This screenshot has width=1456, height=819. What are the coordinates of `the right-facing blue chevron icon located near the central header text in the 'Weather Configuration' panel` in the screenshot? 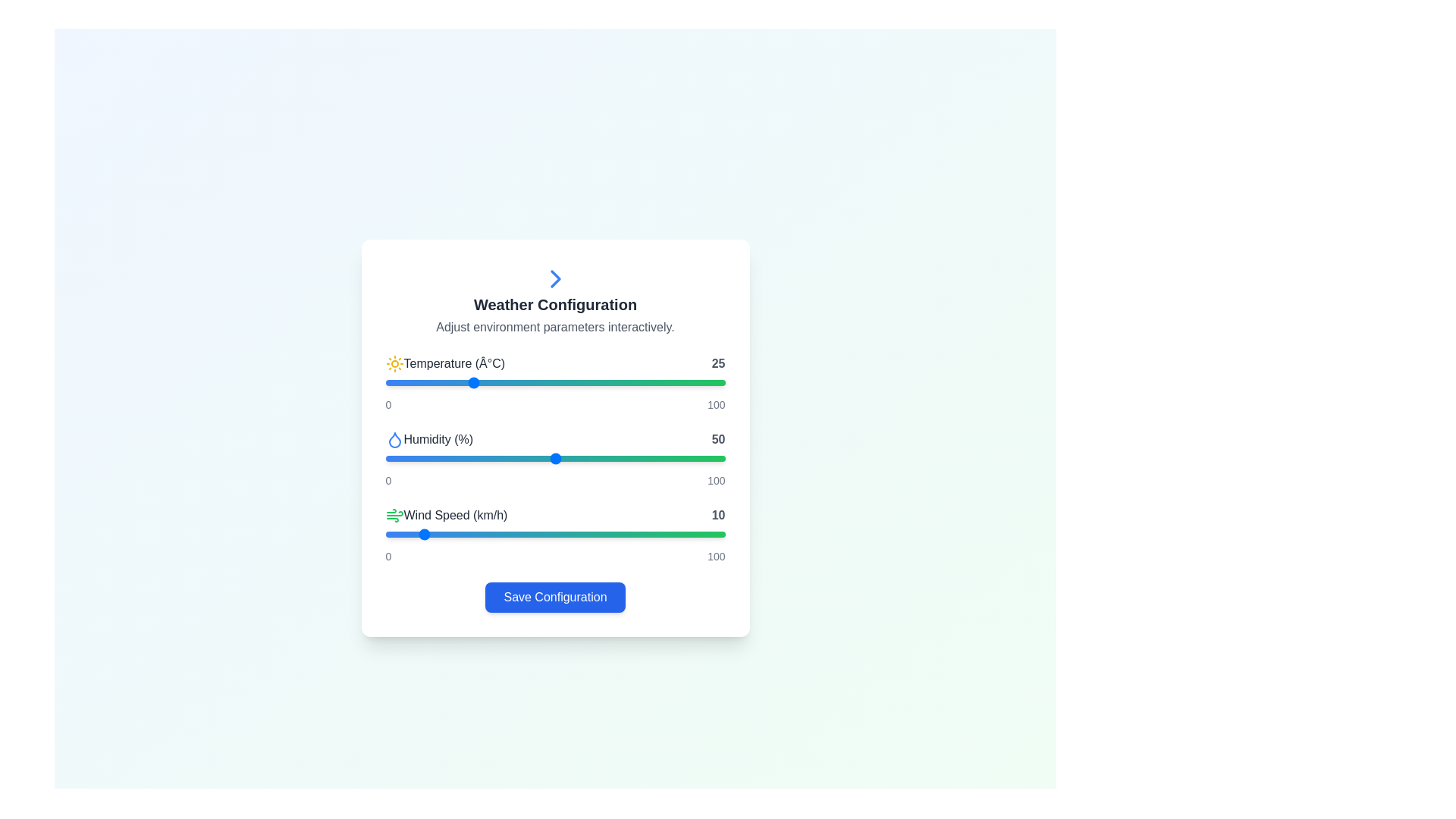 It's located at (554, 278).